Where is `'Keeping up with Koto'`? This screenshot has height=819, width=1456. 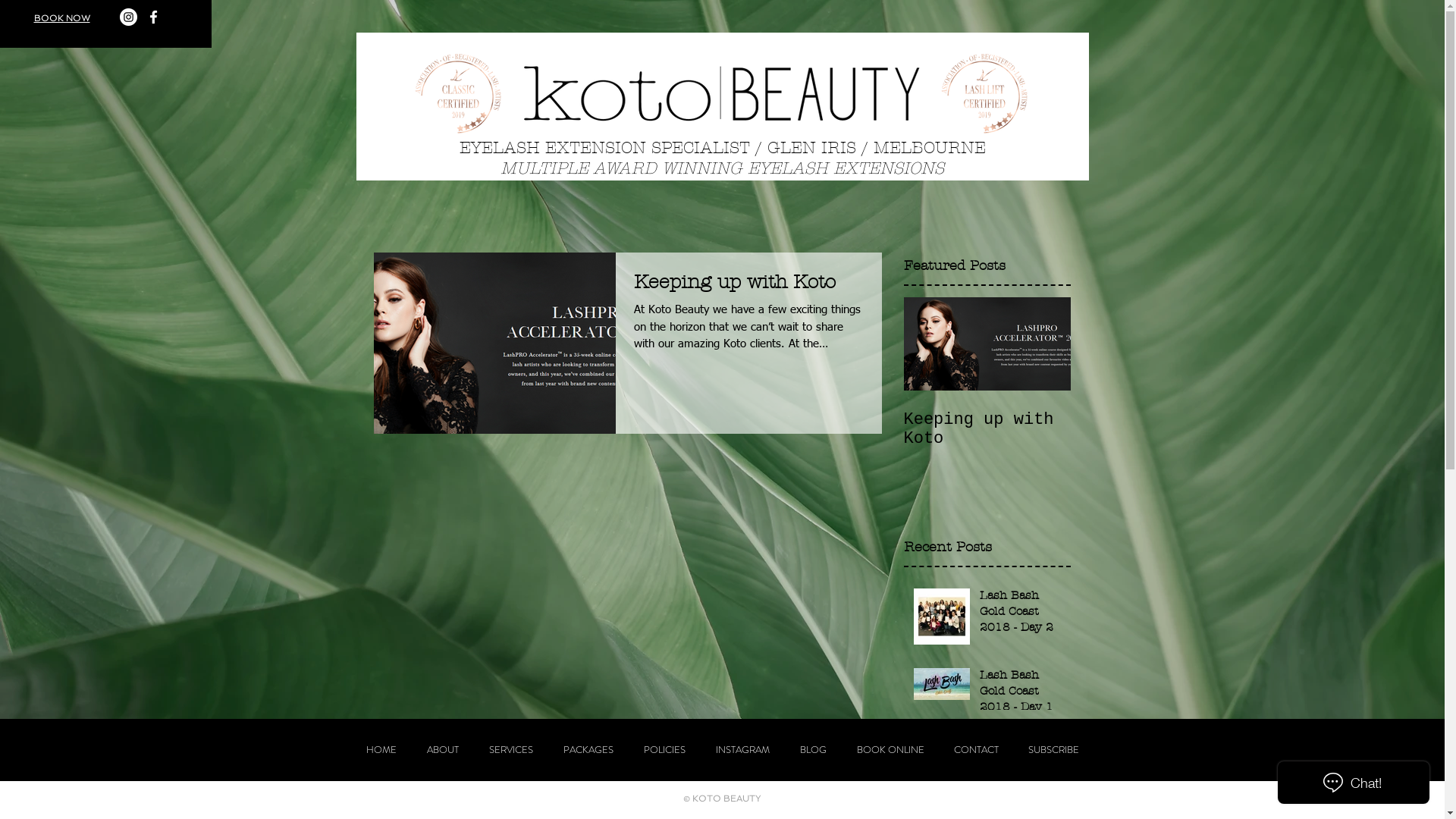 'Keeping up with Koto' is located at coordinates (748, 286).